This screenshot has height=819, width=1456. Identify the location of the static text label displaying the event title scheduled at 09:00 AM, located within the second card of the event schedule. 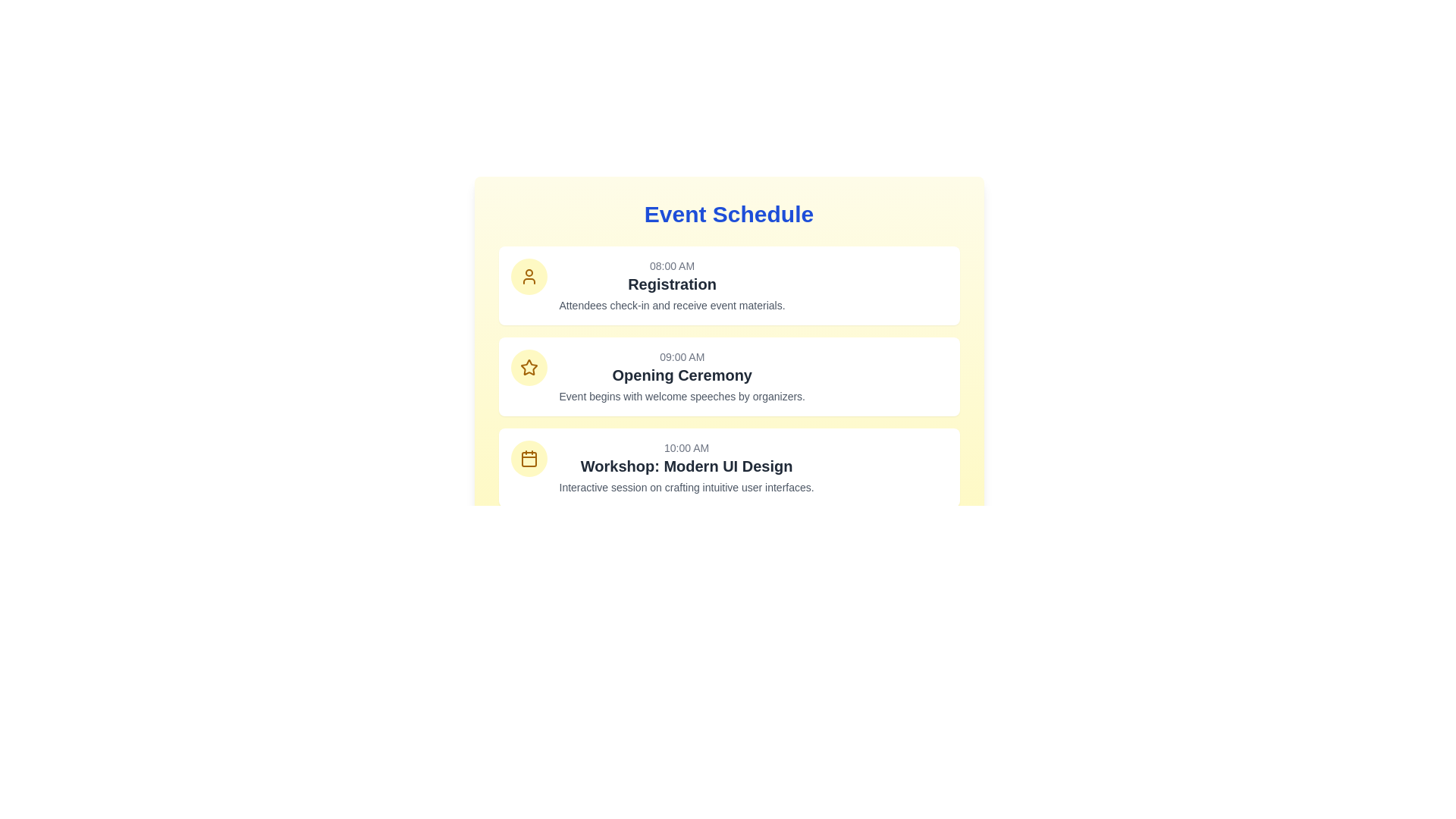
(681, 375).